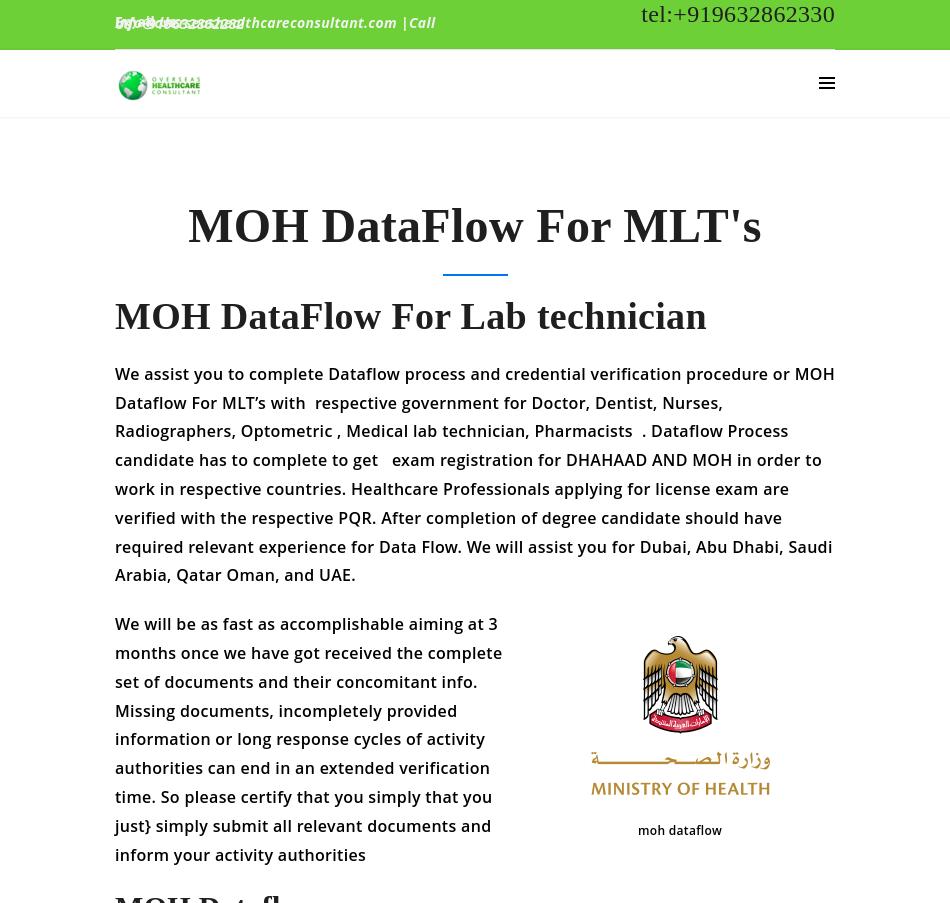 The width and height of the screenshot is (950, 903). I want to click on 'MOH DataFlow For Lab technician', so click(115, 328).